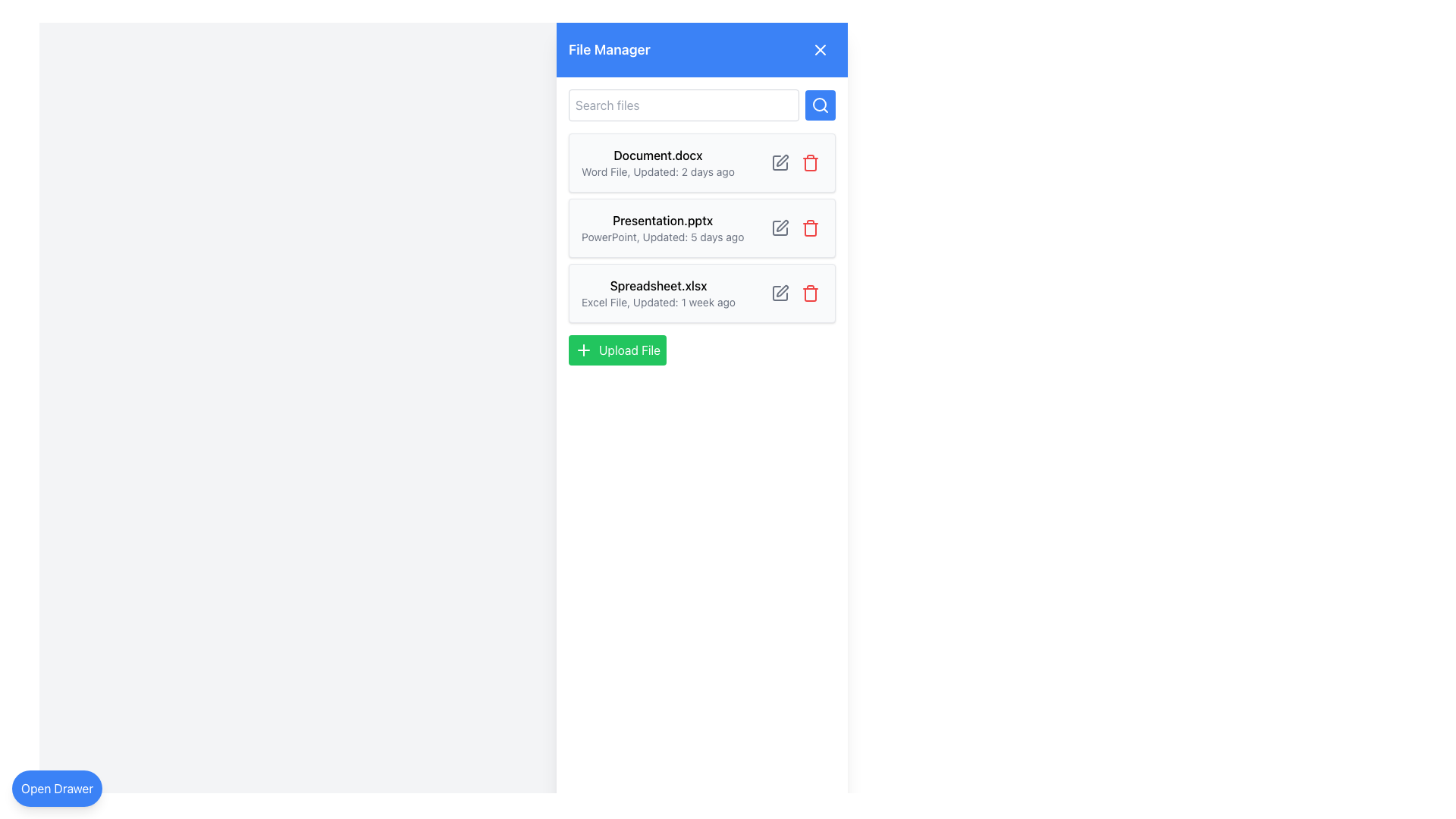 This screenshot has height=819, width=1456. I want to click on the pencil icon button in the interactive button group located in the third file entry of the file manager interface to initiate an edit action, so click(795, 293).